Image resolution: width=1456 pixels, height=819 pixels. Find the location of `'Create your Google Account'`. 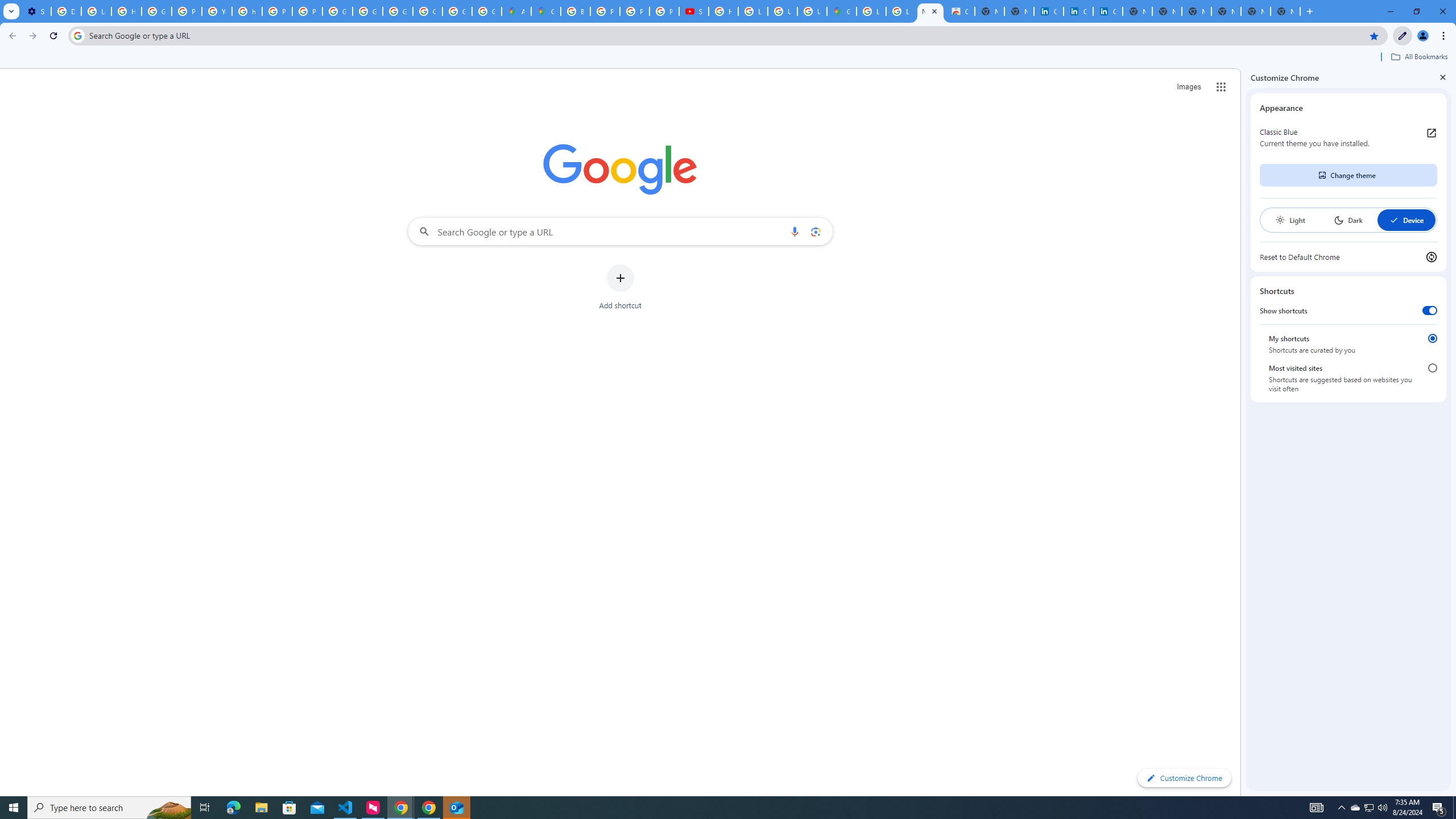

'Create your Google Account' is located at coordinates (427, 11).